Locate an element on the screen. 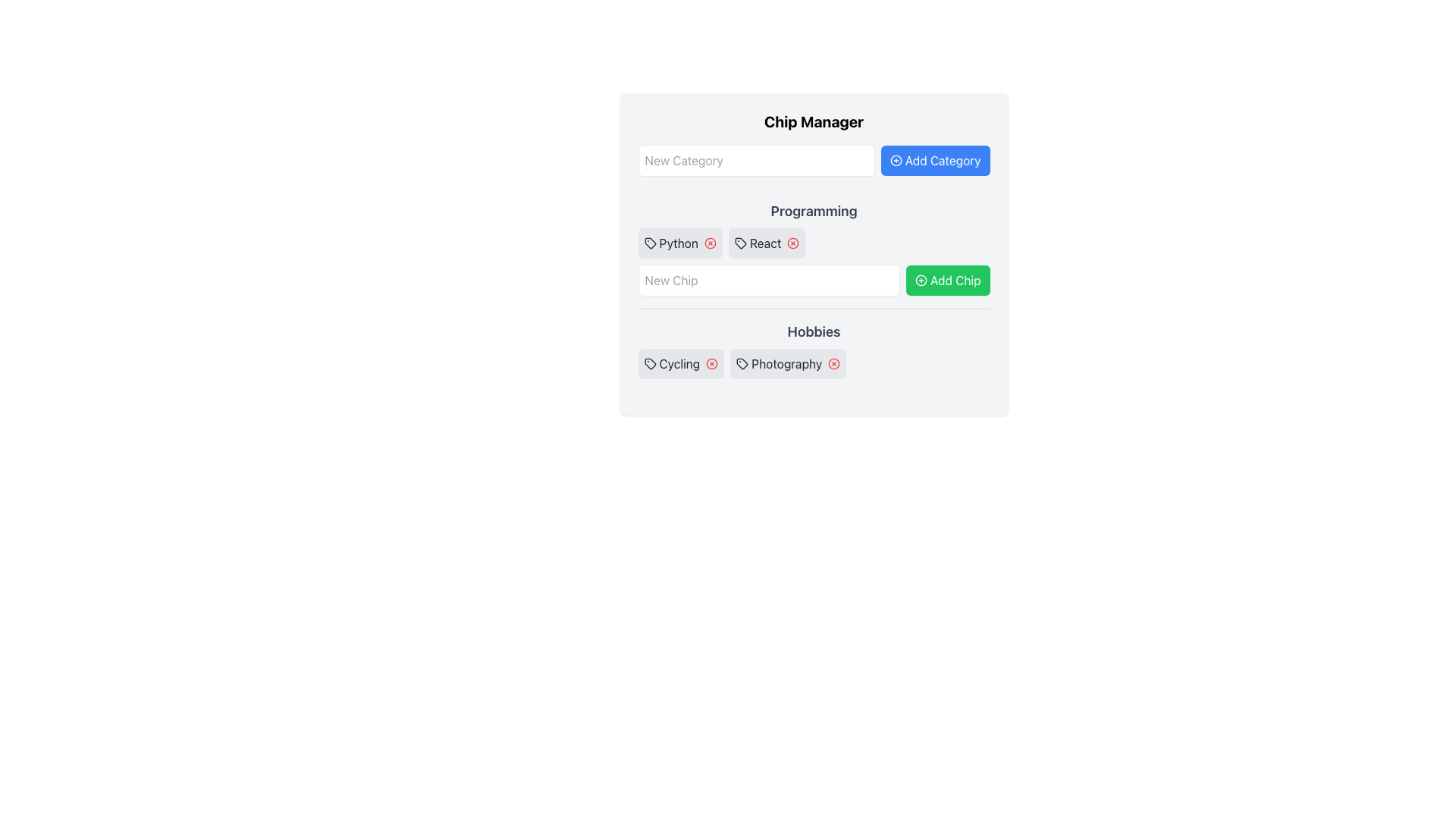  the circular icon button located to the right of the 'Python' chip in the Programming section is located at coordinates (709, 242).